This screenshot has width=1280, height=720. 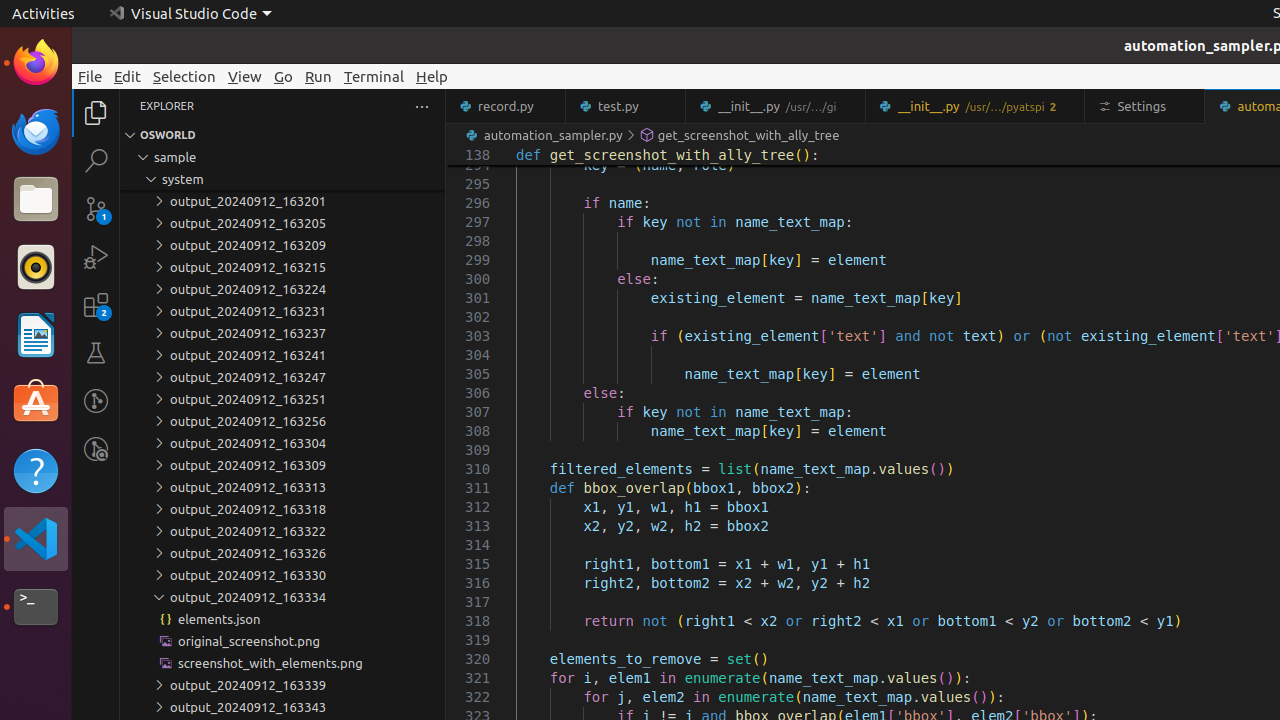 I want to click on 'output_20240912_163334', so click(x=281, y=596).